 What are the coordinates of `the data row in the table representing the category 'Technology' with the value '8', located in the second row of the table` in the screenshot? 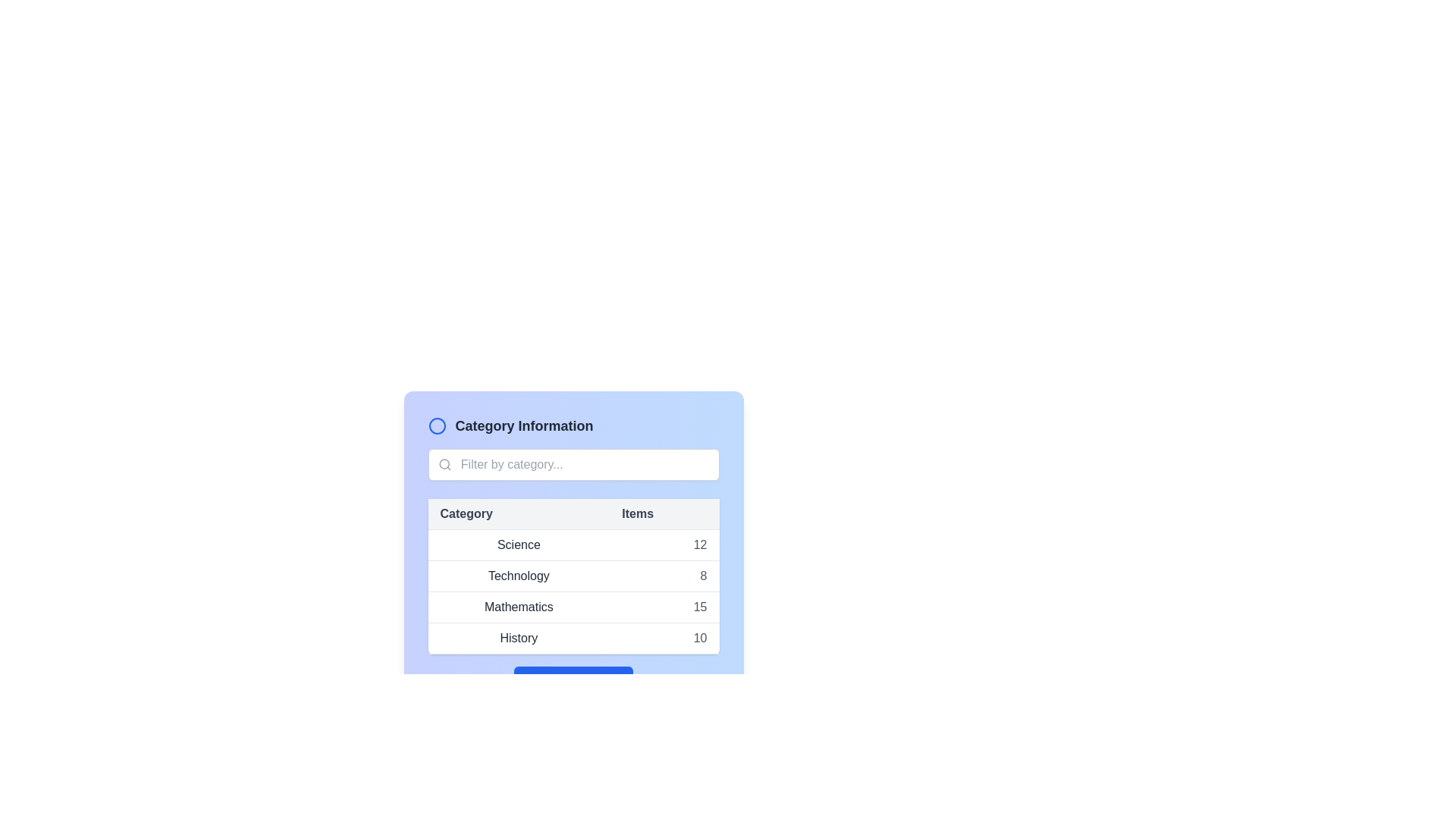 It's located at (573, 591).